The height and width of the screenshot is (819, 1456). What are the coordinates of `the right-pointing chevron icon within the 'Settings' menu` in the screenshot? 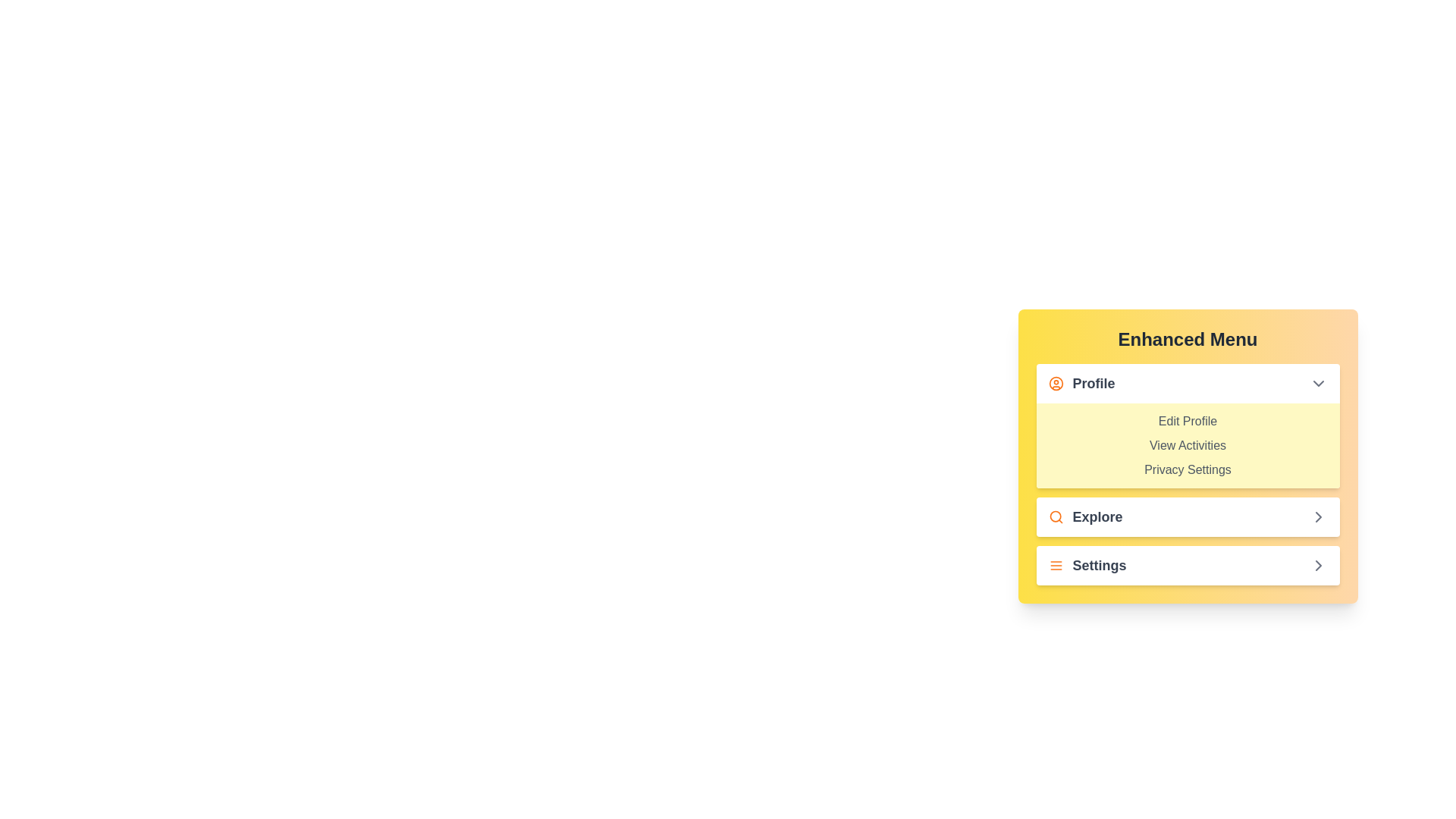 It's located at (1317, 565).